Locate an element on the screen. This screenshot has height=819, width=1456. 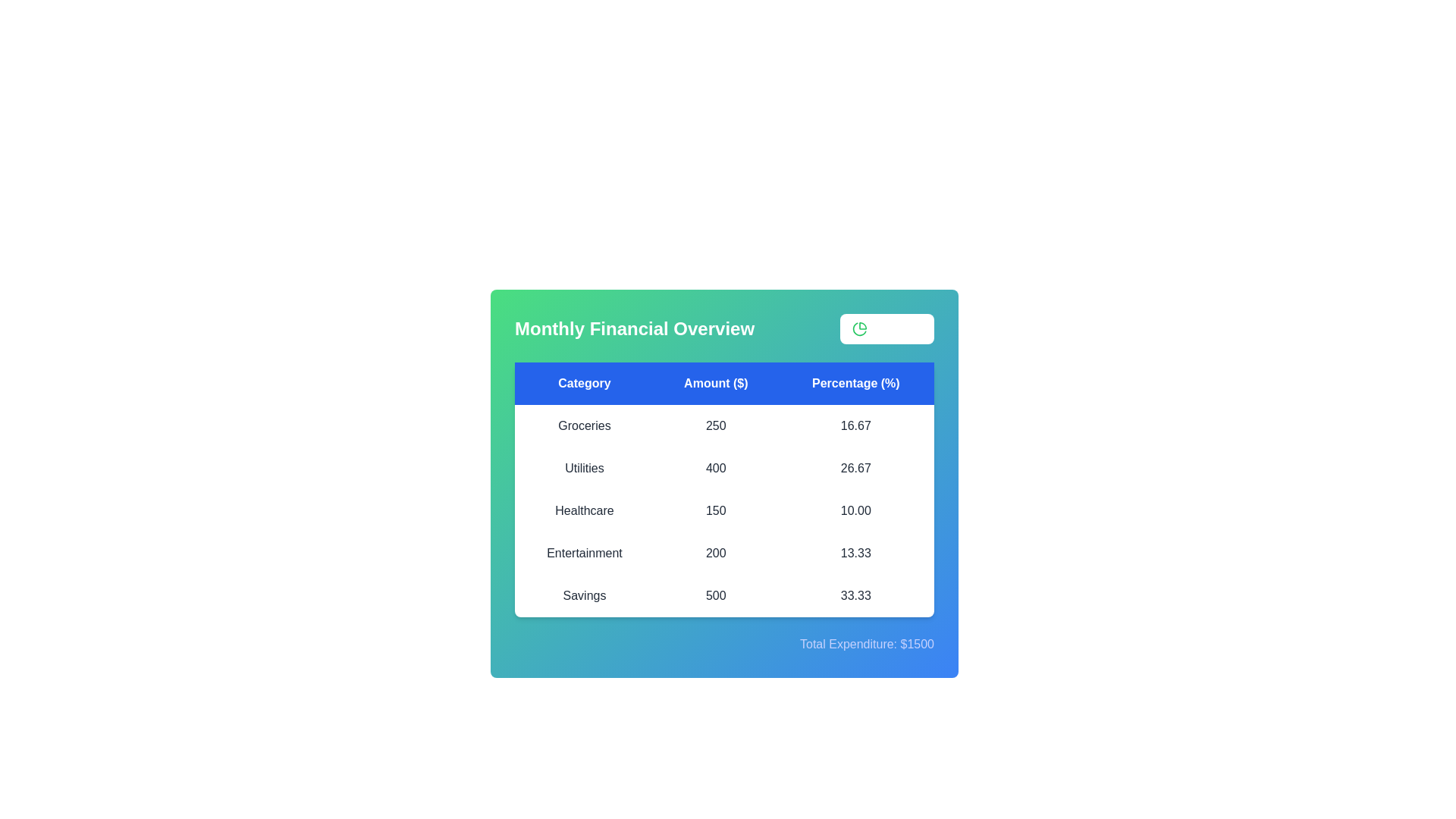
the row corresponding to a specific category Groceries is located at coordinates (584, 426).